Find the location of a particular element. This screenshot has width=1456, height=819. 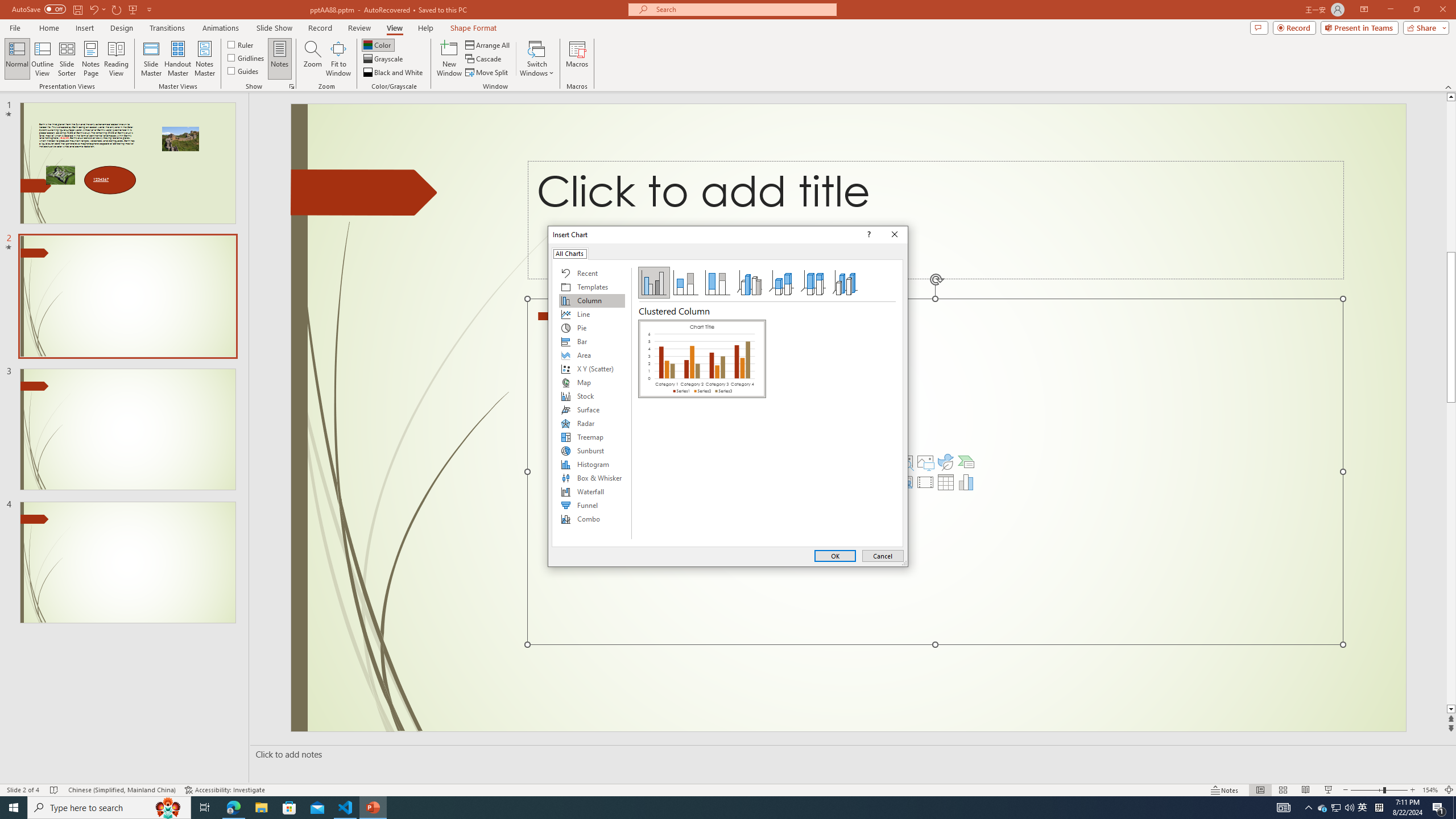

'3-D Stacked Column' is located at coordinates (781, 283).